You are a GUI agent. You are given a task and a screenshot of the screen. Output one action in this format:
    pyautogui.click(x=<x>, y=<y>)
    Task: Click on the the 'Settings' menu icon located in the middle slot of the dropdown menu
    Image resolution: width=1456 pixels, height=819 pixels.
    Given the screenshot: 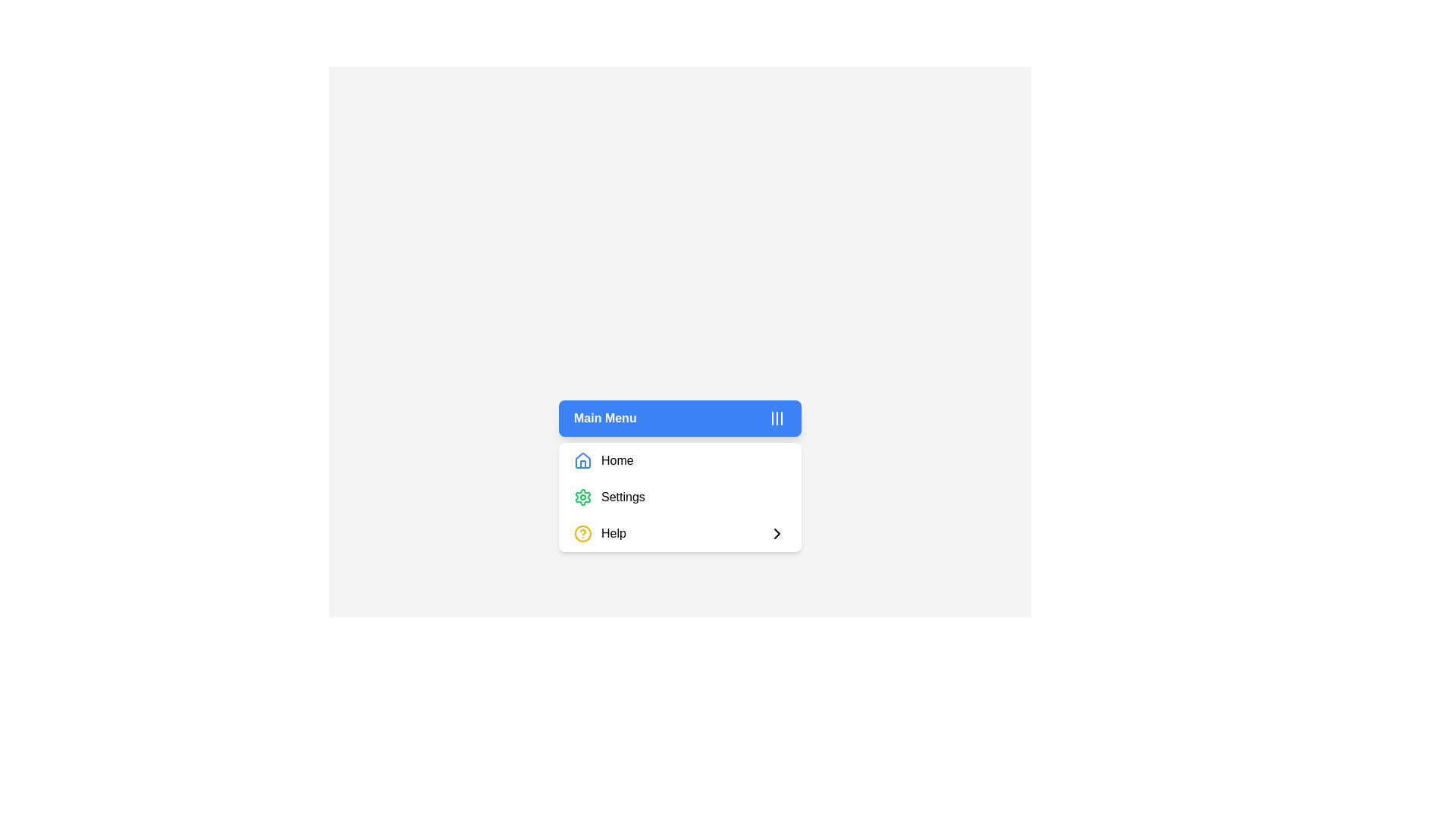 What is the action you would take?
    pyautogui.click(x=582, y=497)
    